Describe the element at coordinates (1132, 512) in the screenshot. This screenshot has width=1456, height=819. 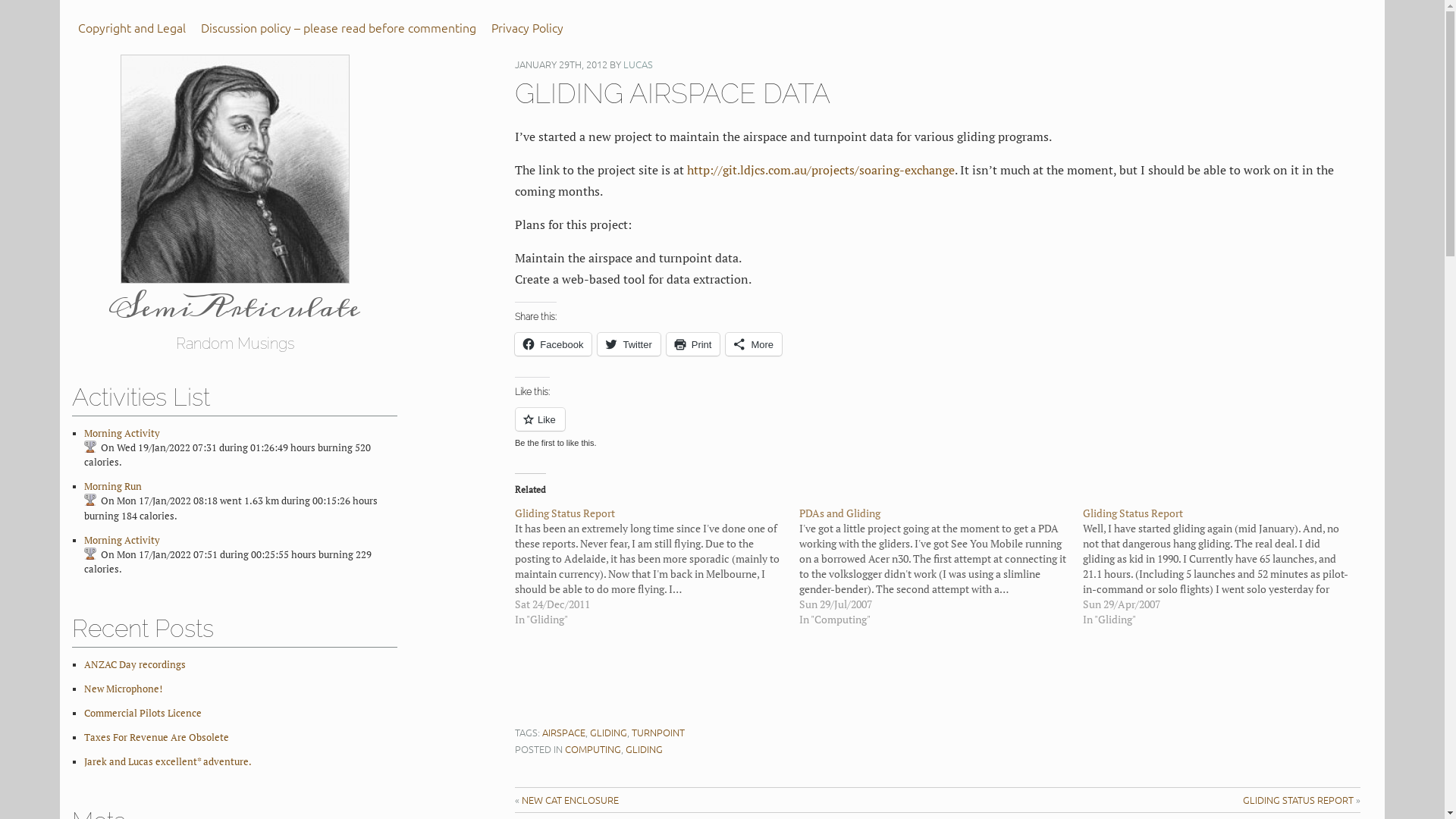
I see `'Gliding Status Report'` at that location.